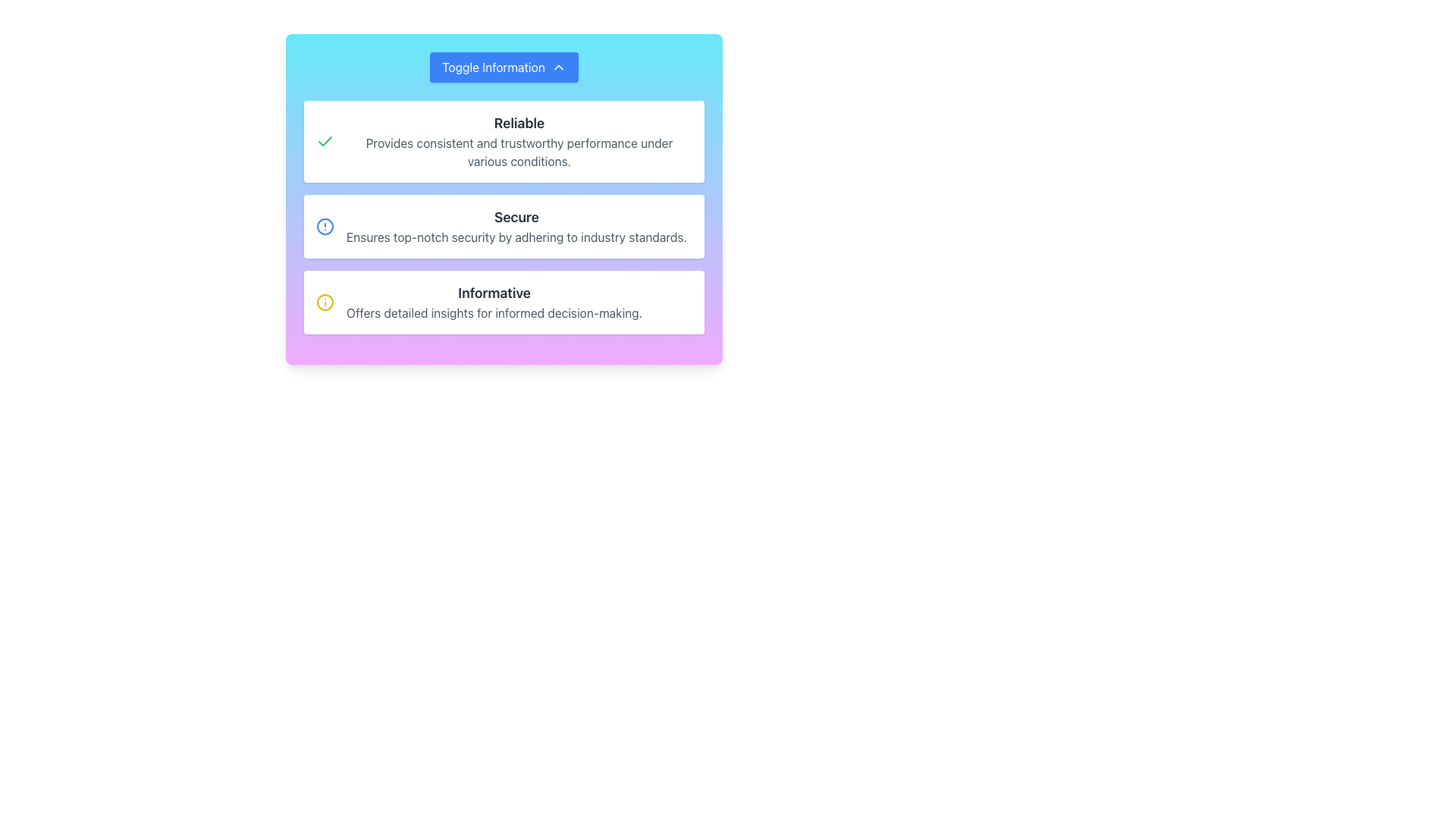 Image resolution: width=1456 pixels, height=819 pixels. Describe the element at coordinates (519, 122) in the screenshot. I see `text label or header located at the center of the first card in the vertical list, which indicates the theme or topic of the associated description` at that location.